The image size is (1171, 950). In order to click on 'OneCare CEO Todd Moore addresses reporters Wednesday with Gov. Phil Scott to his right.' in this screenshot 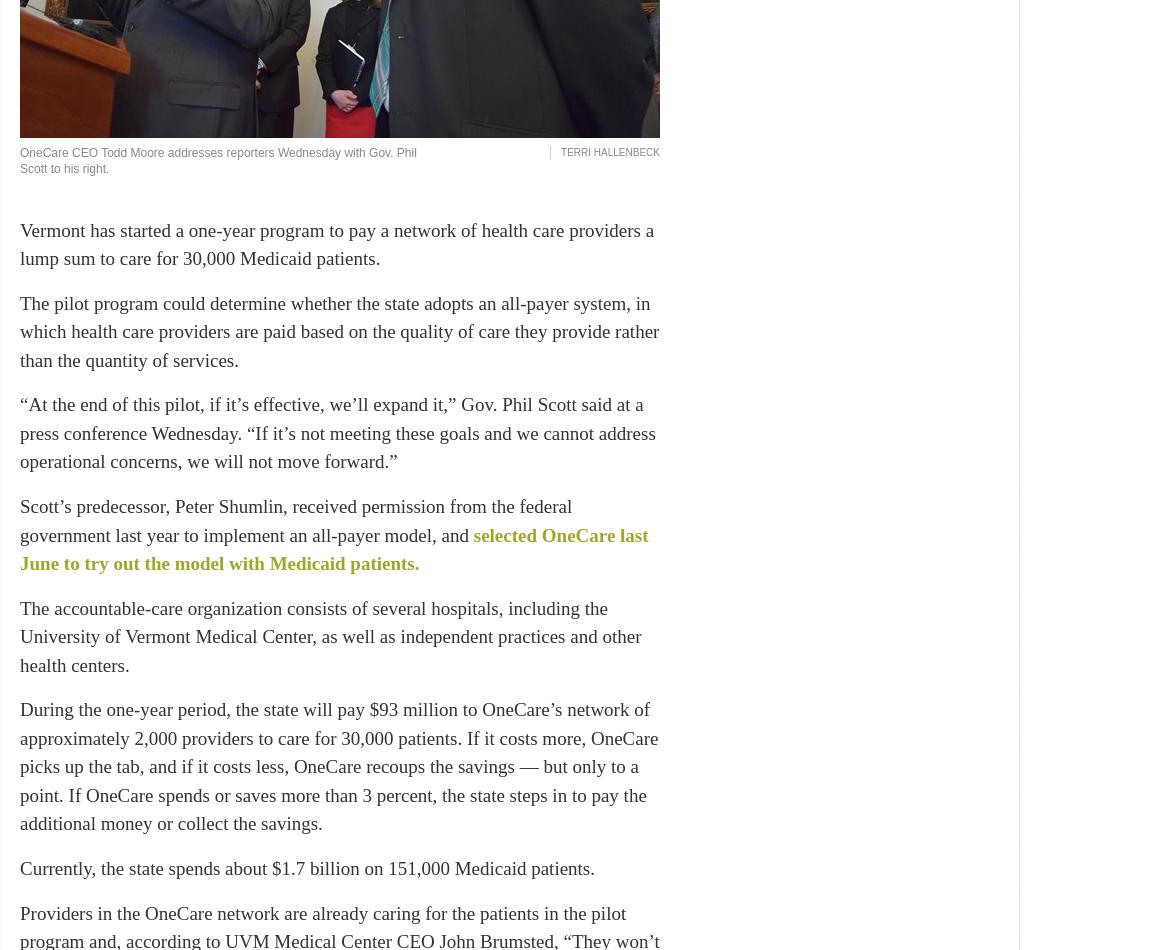, I will do `click(217, 161)`.